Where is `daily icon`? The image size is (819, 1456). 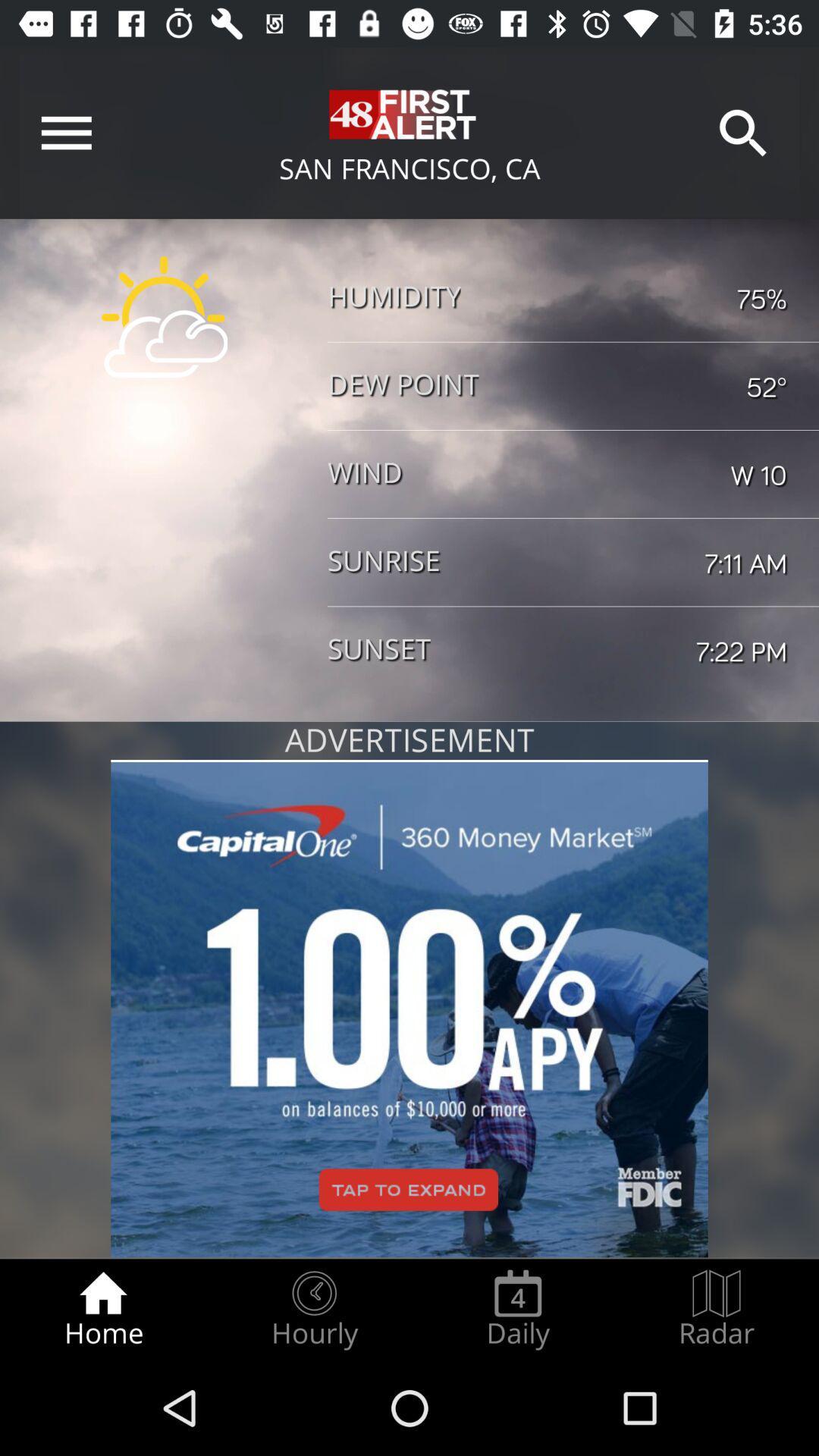 daily icon is located at coordinates (517, 1309).